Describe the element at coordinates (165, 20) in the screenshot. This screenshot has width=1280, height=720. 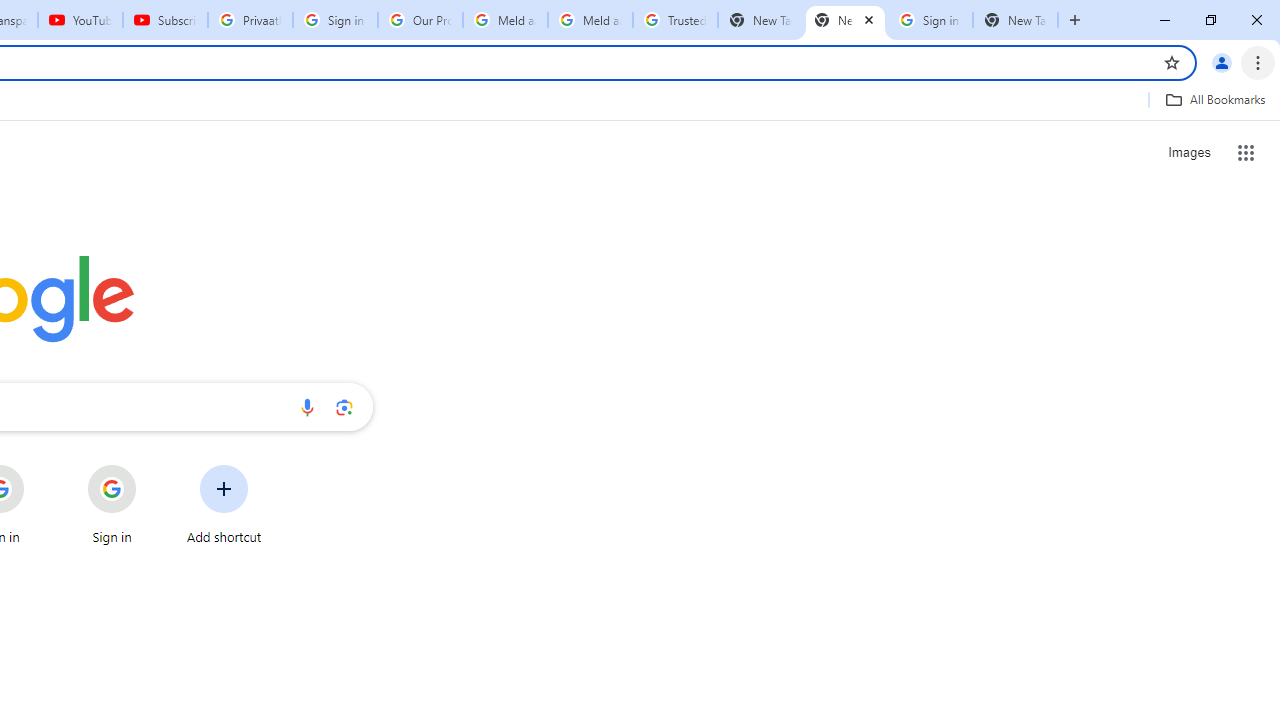
I see `'Subscriptions - YouTube'` at that location.